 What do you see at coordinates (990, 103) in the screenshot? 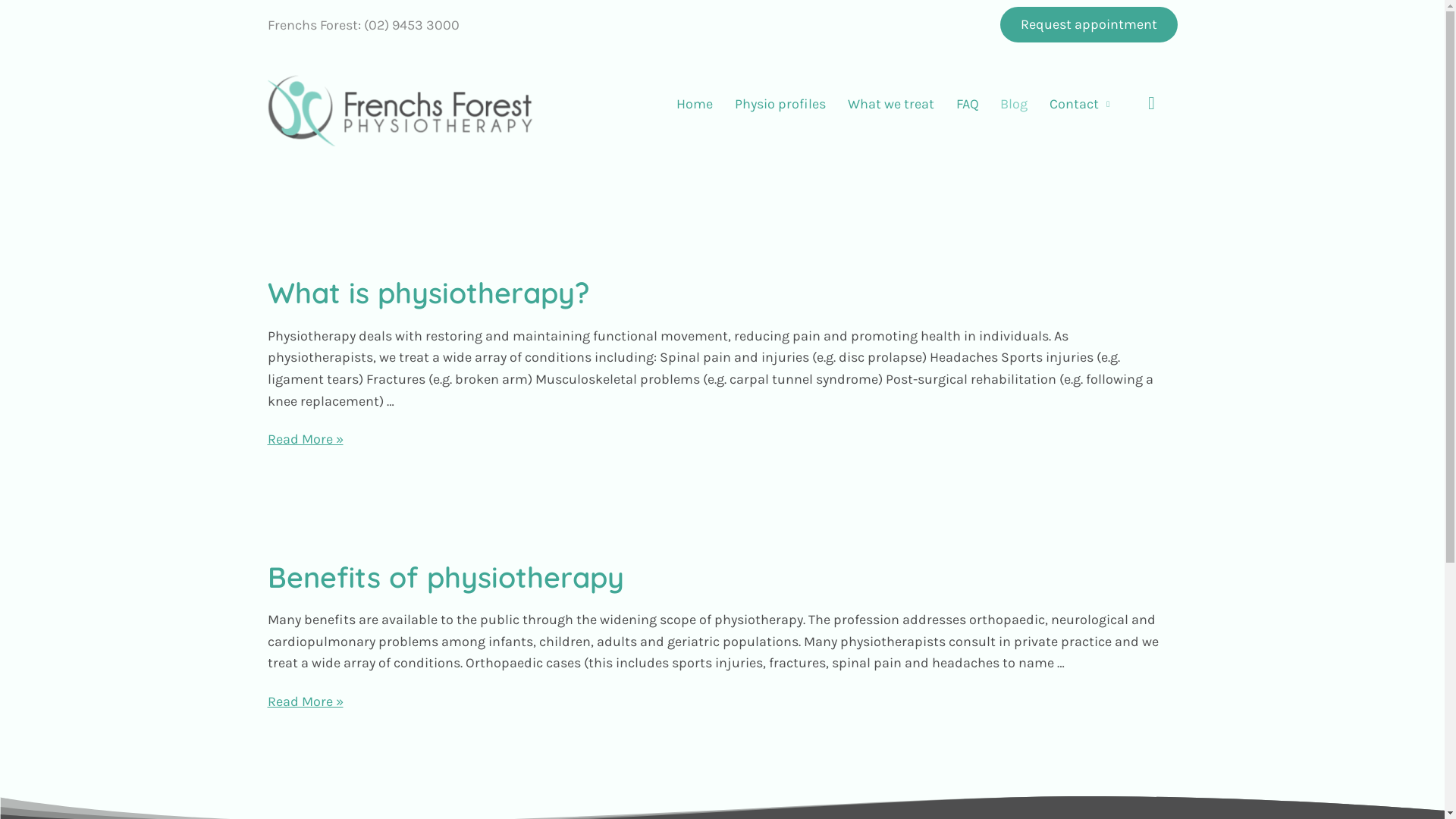
I see `'Blog'` at bounding box center [990, 103].